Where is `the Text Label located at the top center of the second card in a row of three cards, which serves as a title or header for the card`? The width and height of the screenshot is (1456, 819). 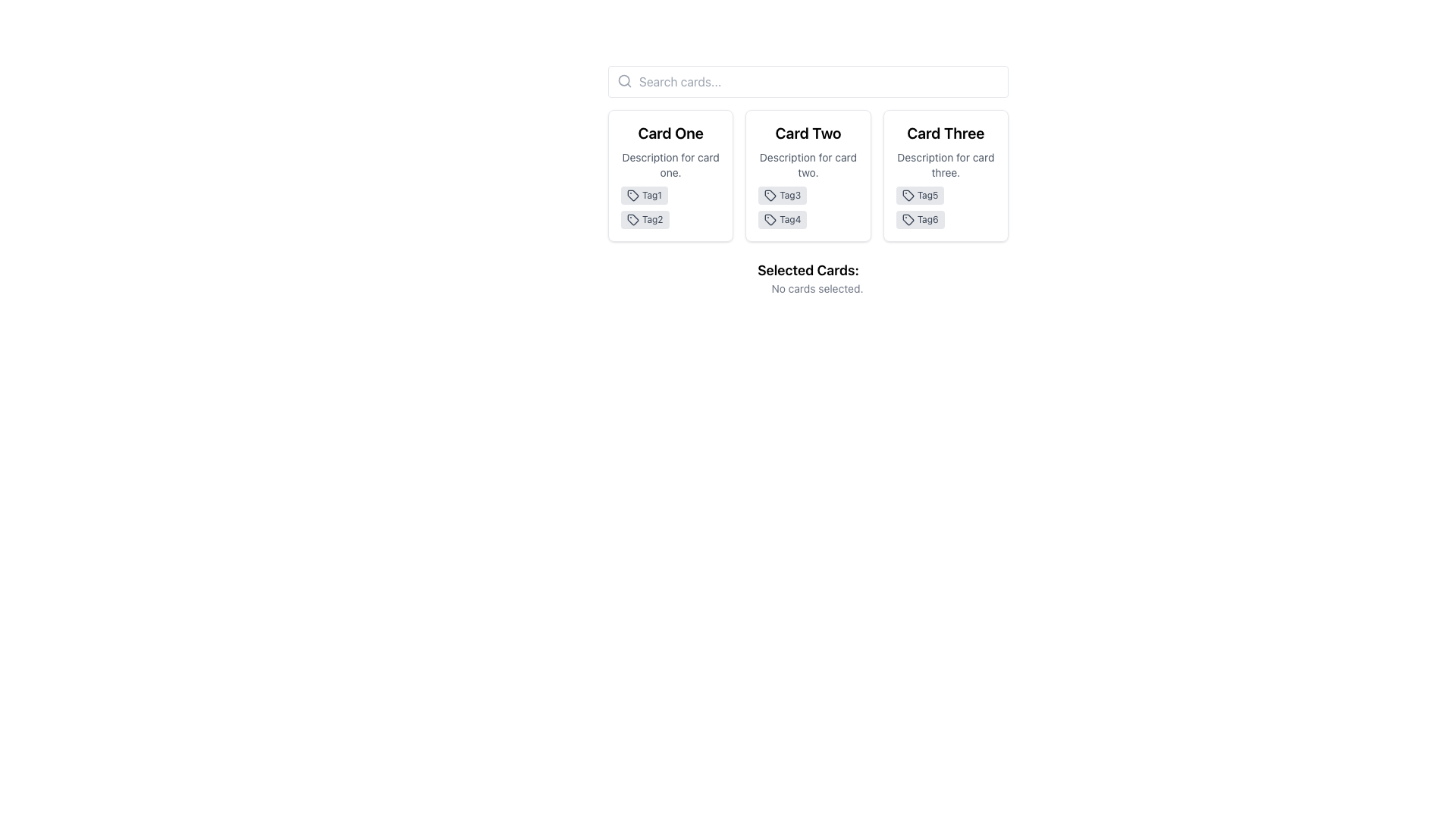
the Text Label located at the top center of the second card in a row of three cards, which serves as a title or header for the card is located at coordinates (807, 133).